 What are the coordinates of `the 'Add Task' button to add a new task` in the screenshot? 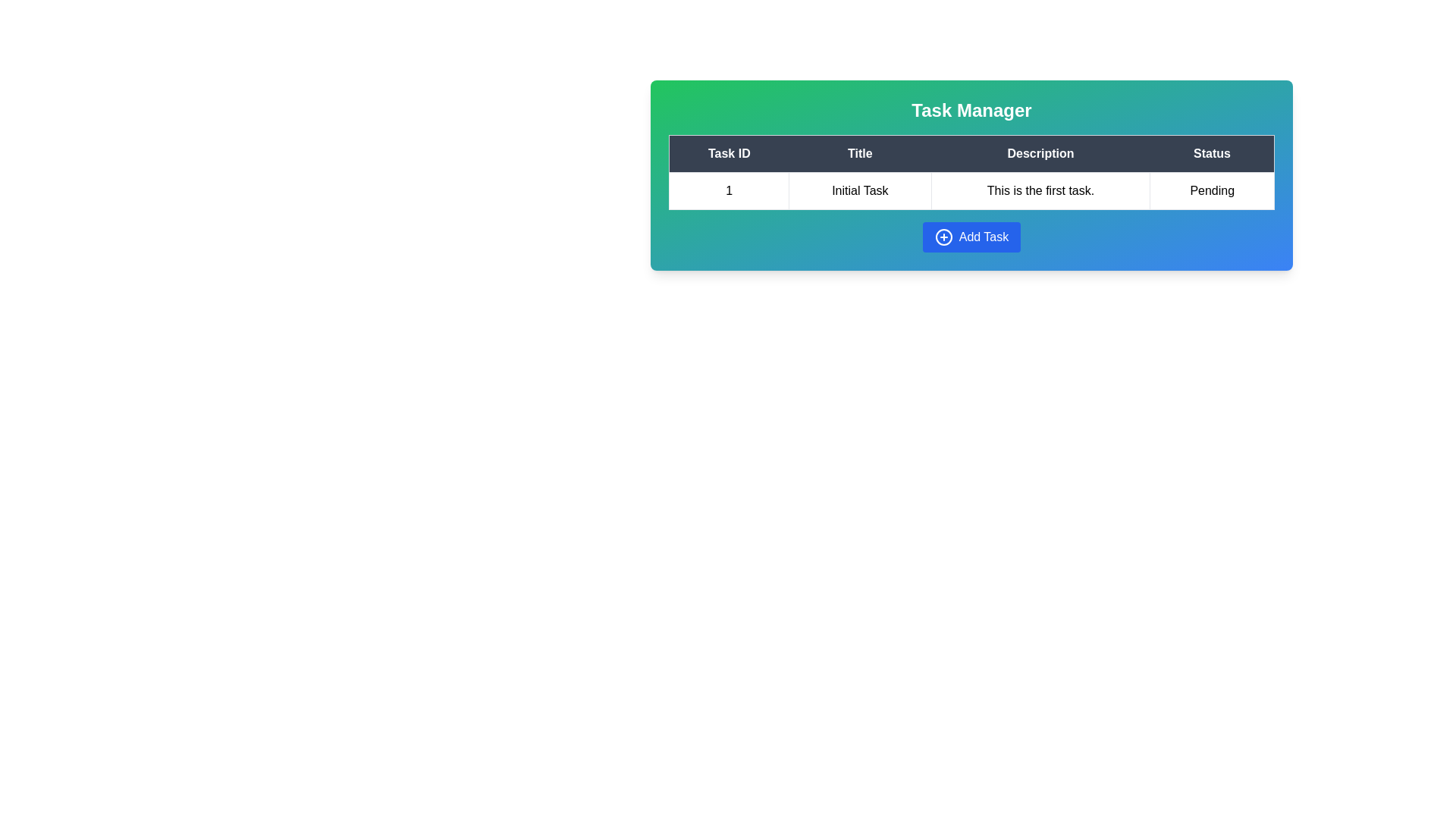 It's located at (971, 237).